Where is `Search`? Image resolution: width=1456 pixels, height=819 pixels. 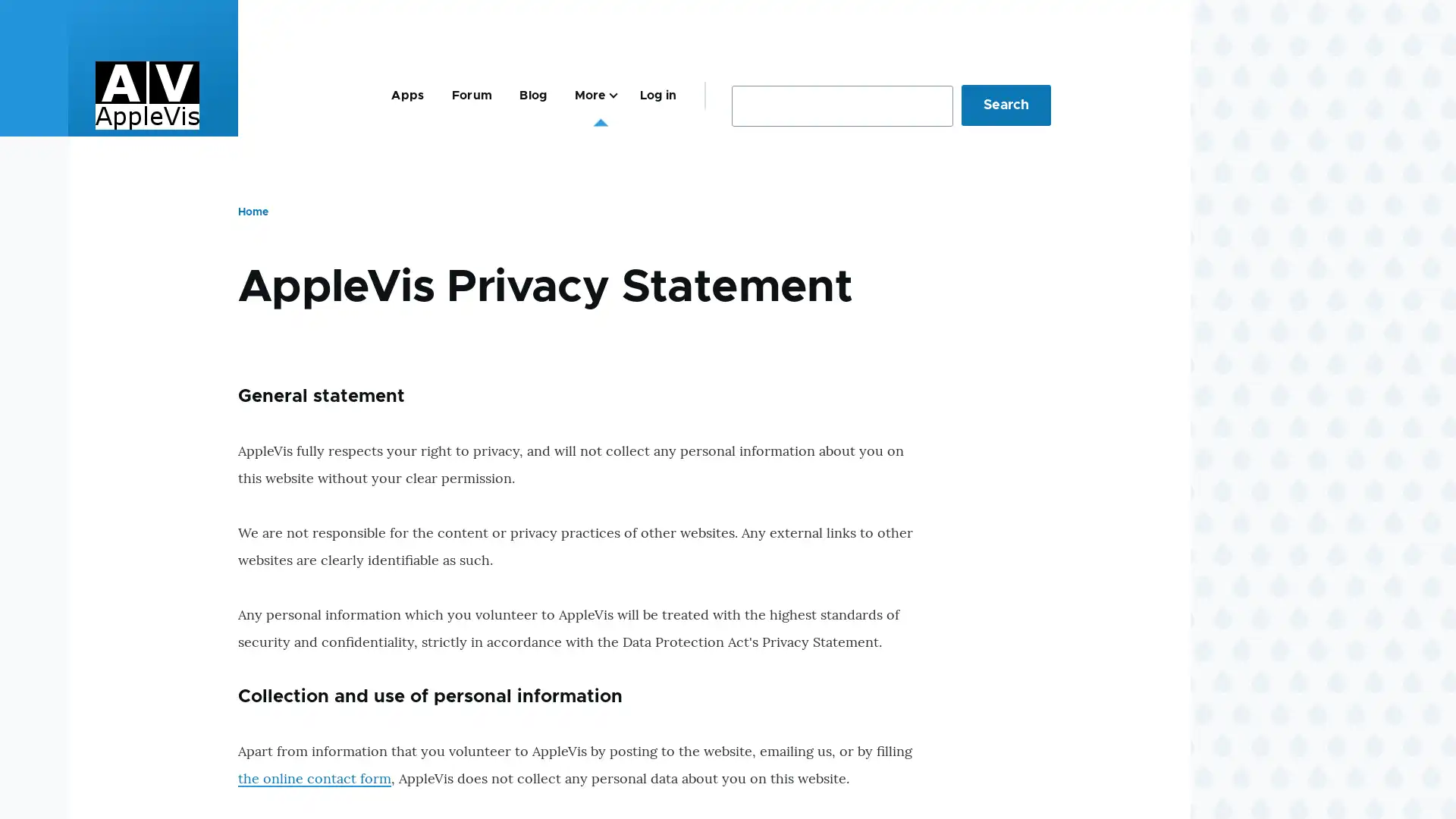
Search is located at coordinates (1006, 104).